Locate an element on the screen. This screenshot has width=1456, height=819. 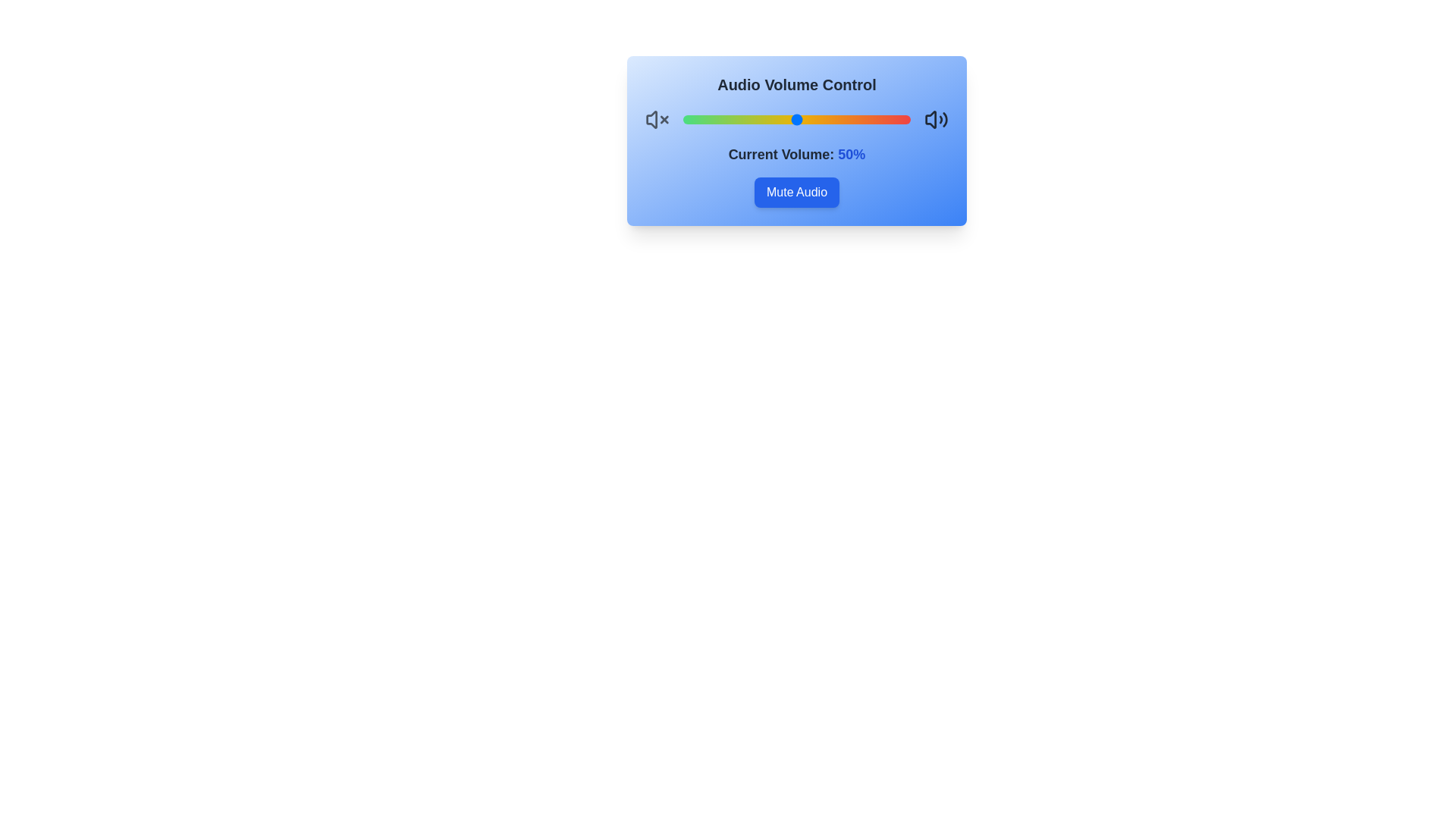
the volume to 56% is located at coordinates (810, 119).